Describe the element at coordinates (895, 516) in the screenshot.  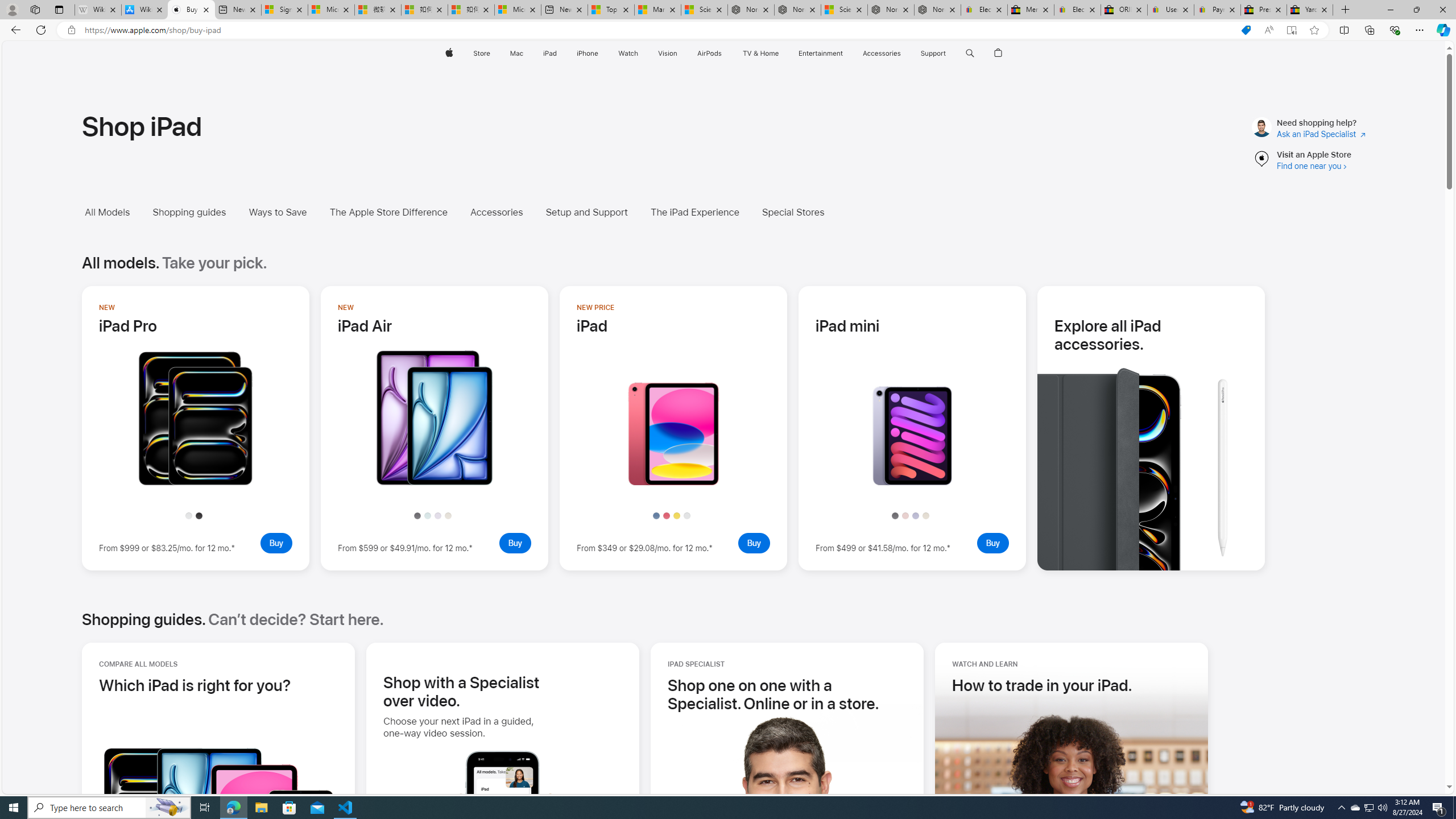
I see `'Space Gray'` at that location.